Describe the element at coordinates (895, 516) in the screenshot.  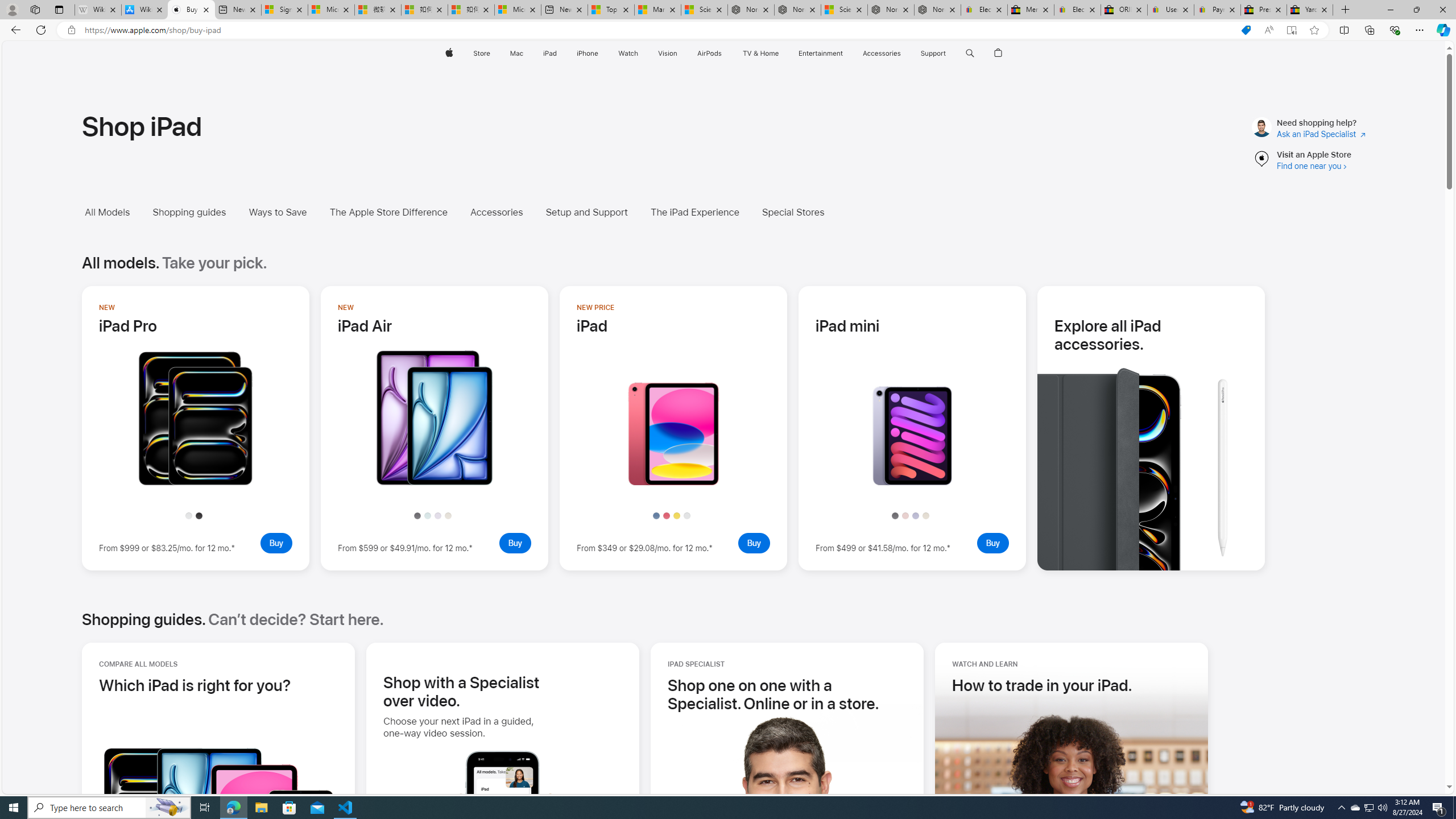
I see `'Space Gray'` at that location.